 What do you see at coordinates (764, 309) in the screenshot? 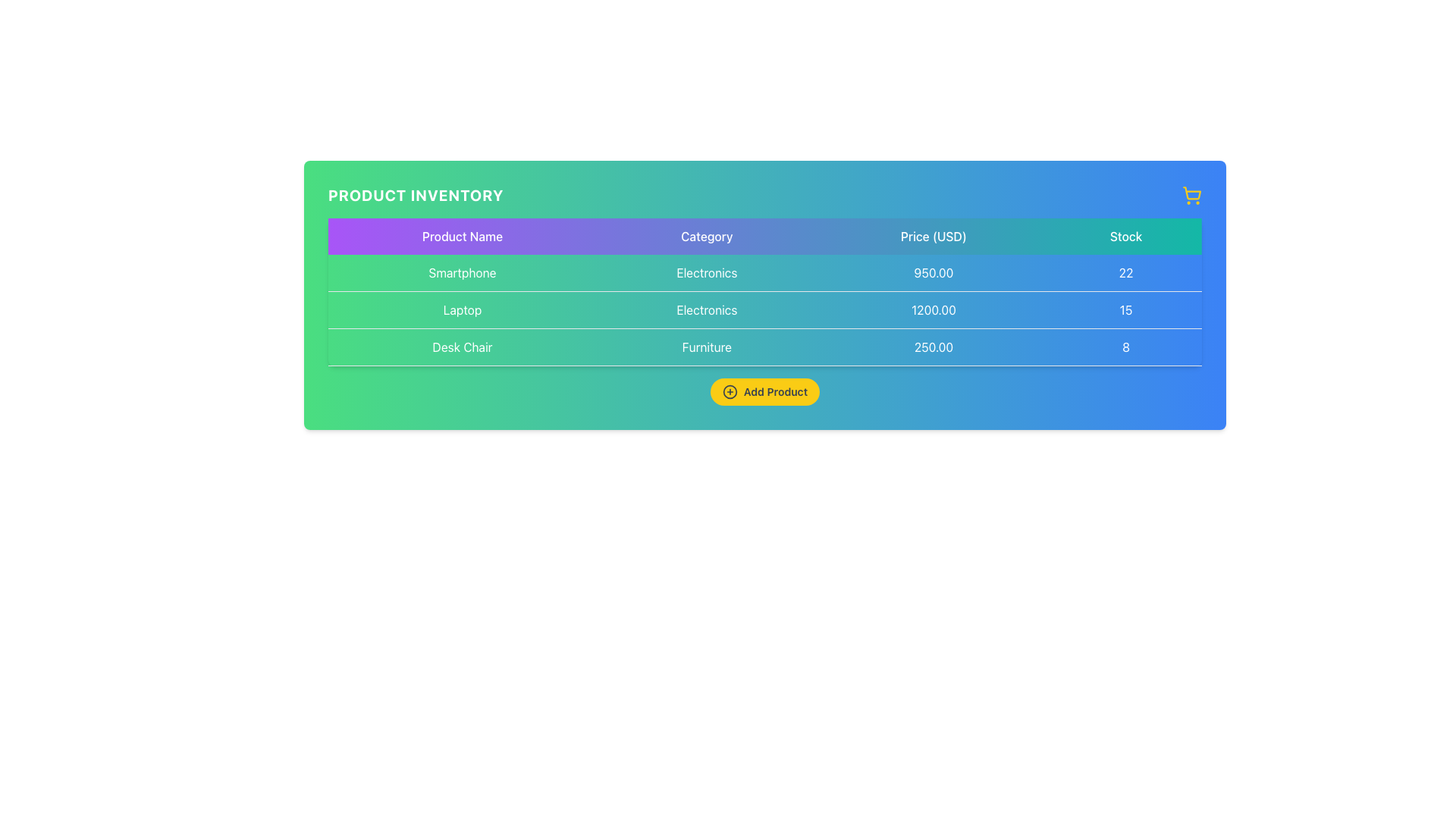
I see `the second row in the product inventory table that presents details about a 'Laptop' product, which is positioned between the 'Smartphone' and 'Desk Chair' rows` at bounding box center [764, 309].